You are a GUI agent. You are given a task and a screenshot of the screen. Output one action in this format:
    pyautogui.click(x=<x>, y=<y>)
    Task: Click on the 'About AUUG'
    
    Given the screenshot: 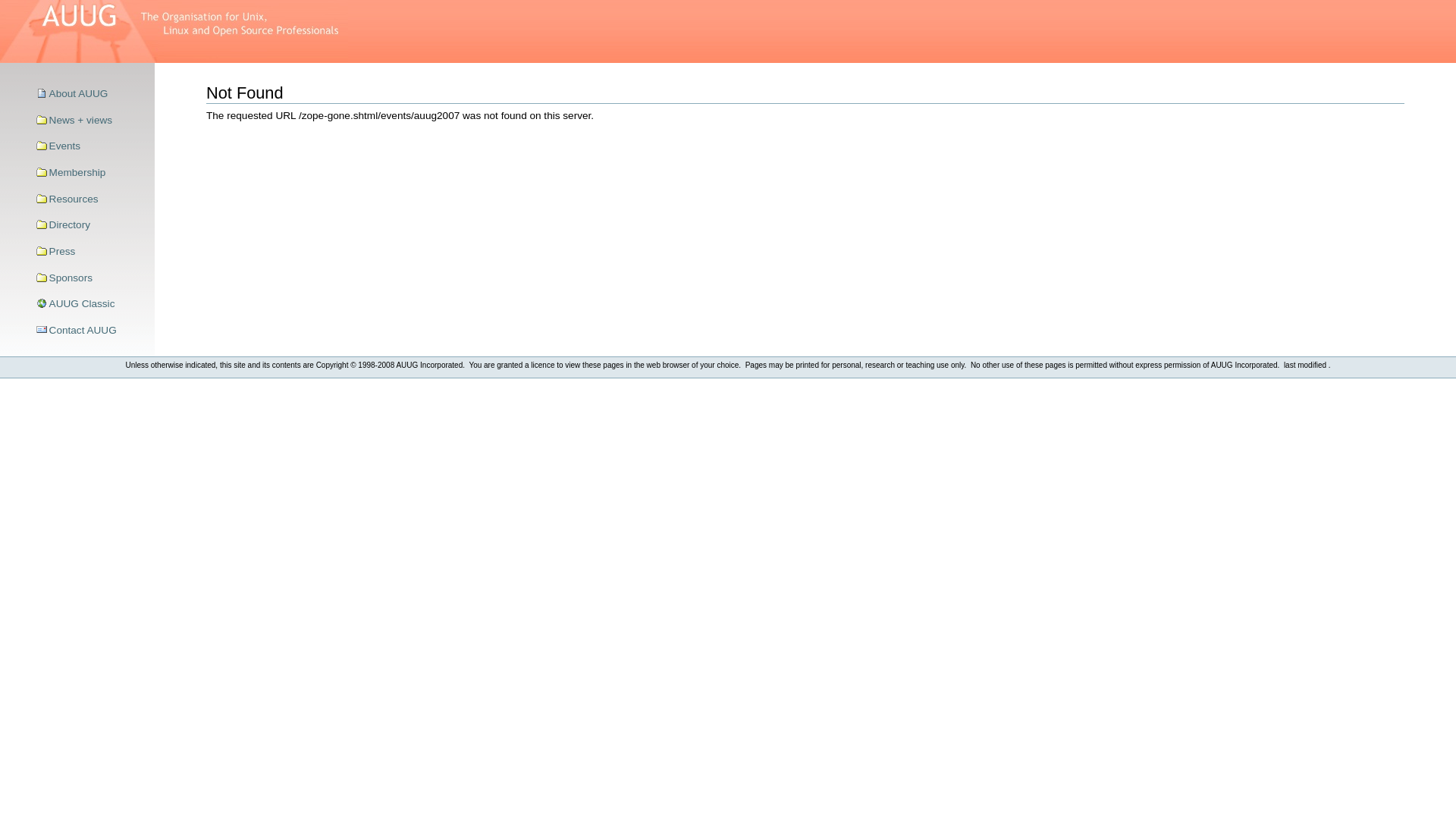 What is the action you would take?
    pyautogui.click(x=89, y=93)
    